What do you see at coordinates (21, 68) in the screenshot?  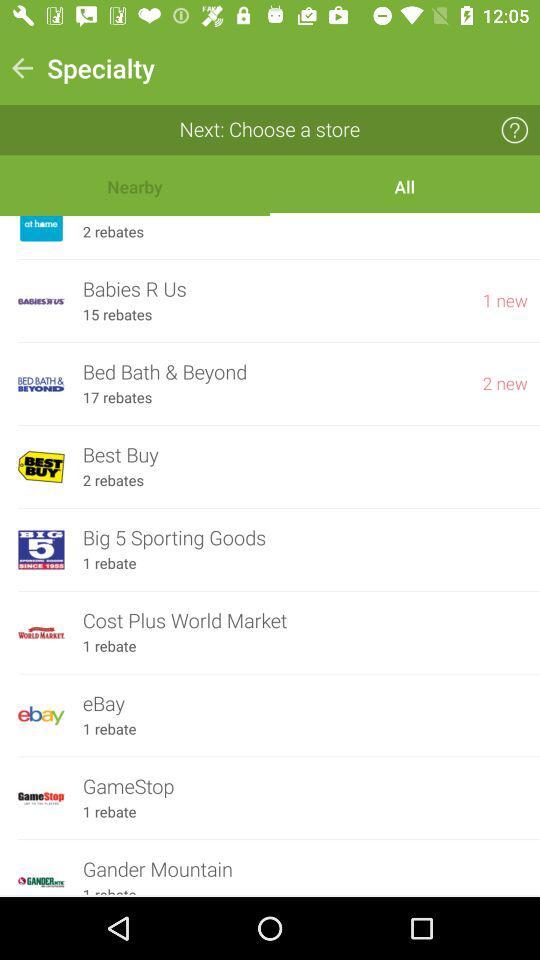 I see `back button` at bounding box center [21, 68].